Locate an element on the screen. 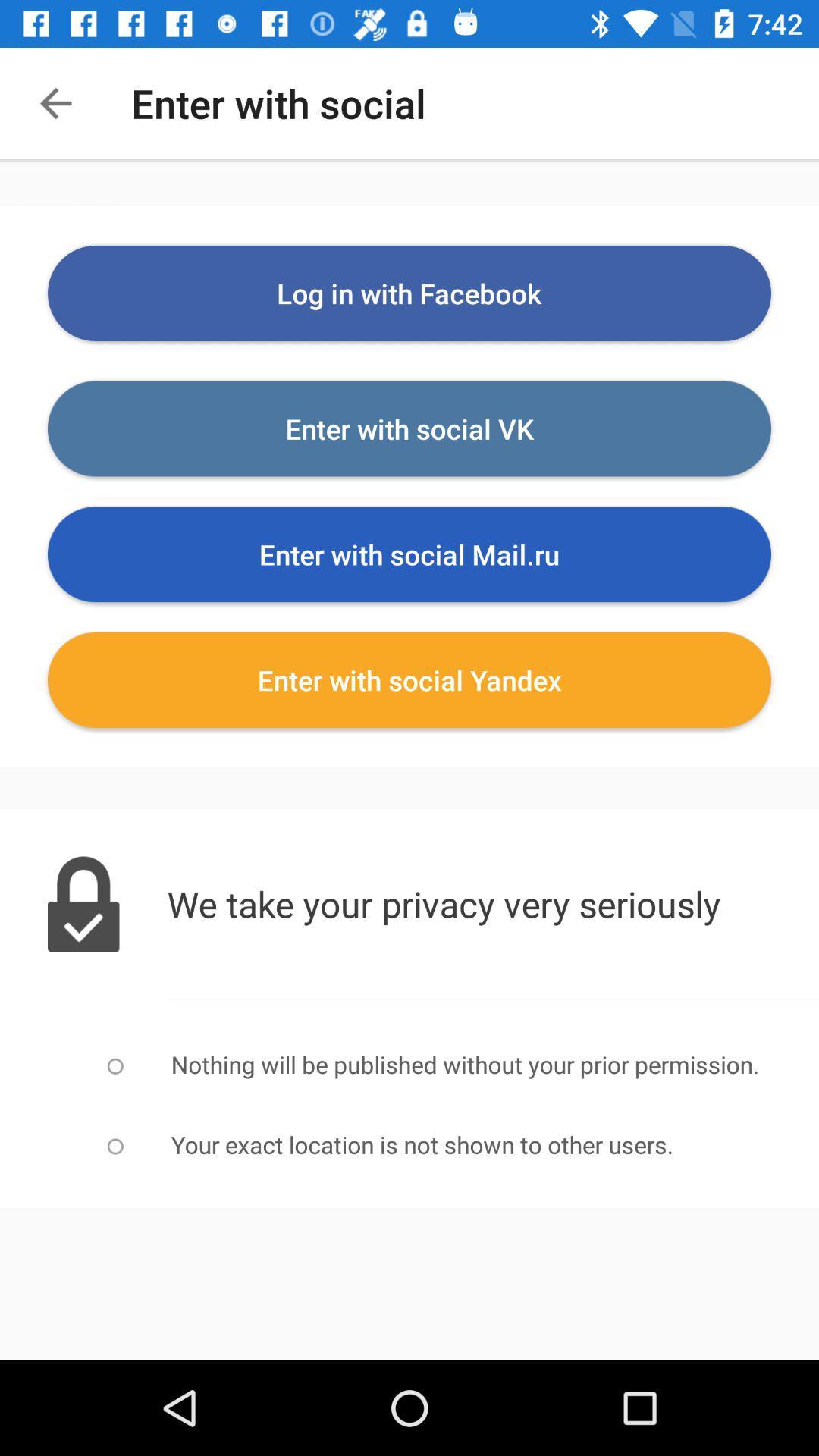  the arrow_backward icon is located at coordinates (55, 102).